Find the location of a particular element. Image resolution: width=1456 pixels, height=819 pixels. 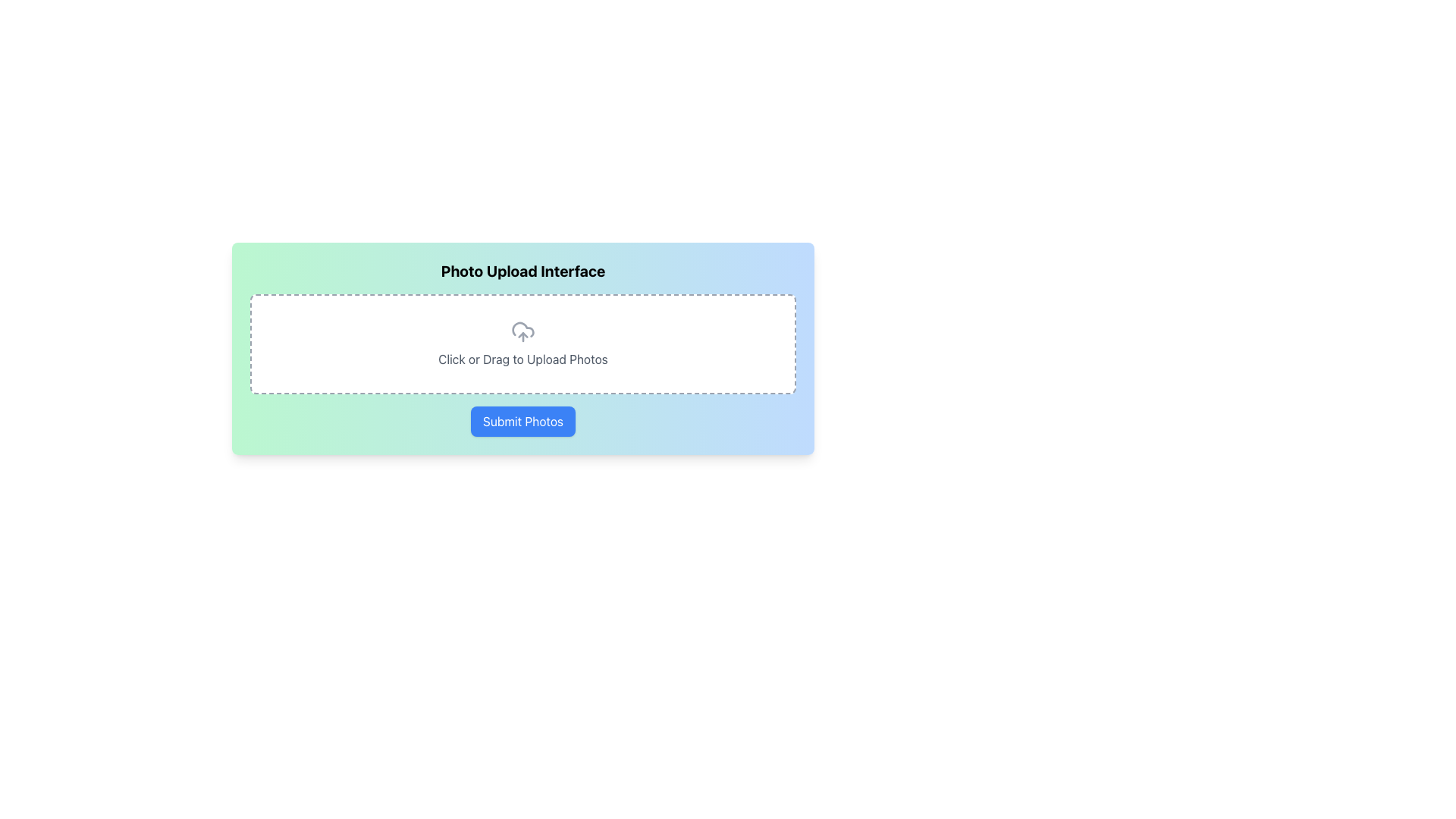

the text label that serves as the title for the photo upload interface, positioned at the top middle of the upload section is located at coordinates (523, 271).